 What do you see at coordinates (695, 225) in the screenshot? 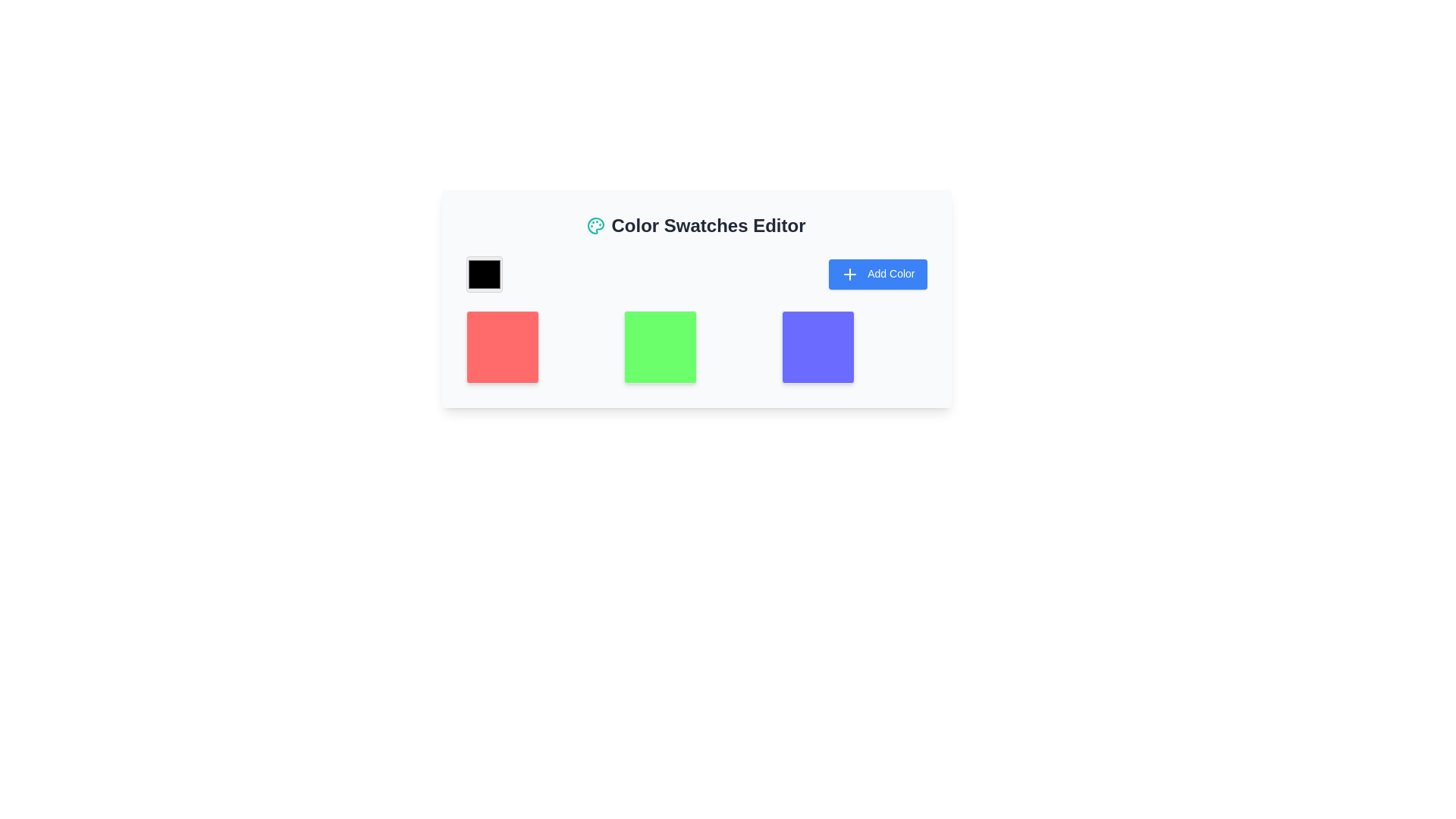
I see `the Header element that serves as a title or heading for the interface, located above the color swatch items and the 'Add Color' button` at bounding box center [695, 225].